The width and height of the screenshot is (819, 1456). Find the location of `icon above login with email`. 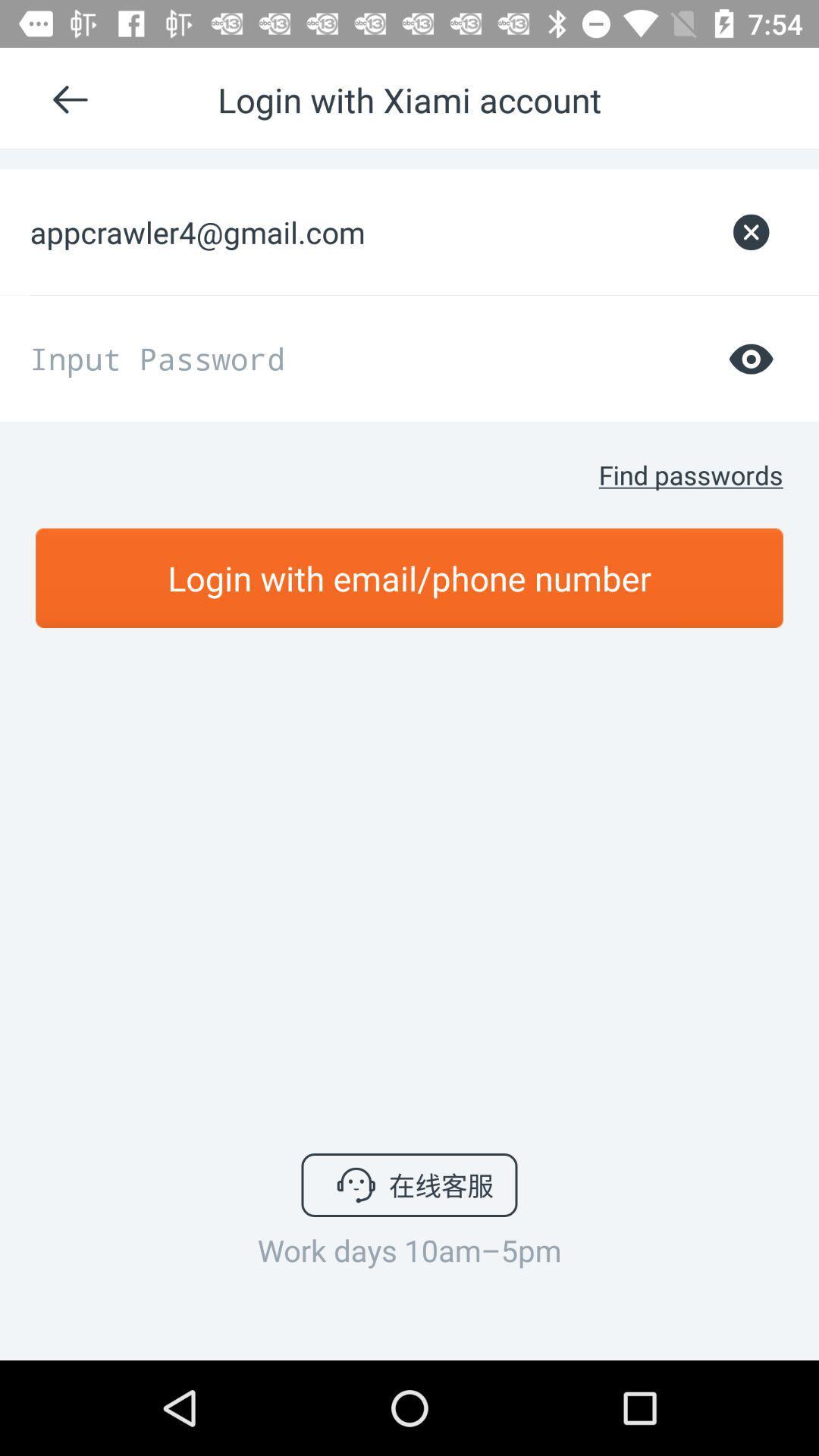

icon above login with email is located at coordinates (691, 474).